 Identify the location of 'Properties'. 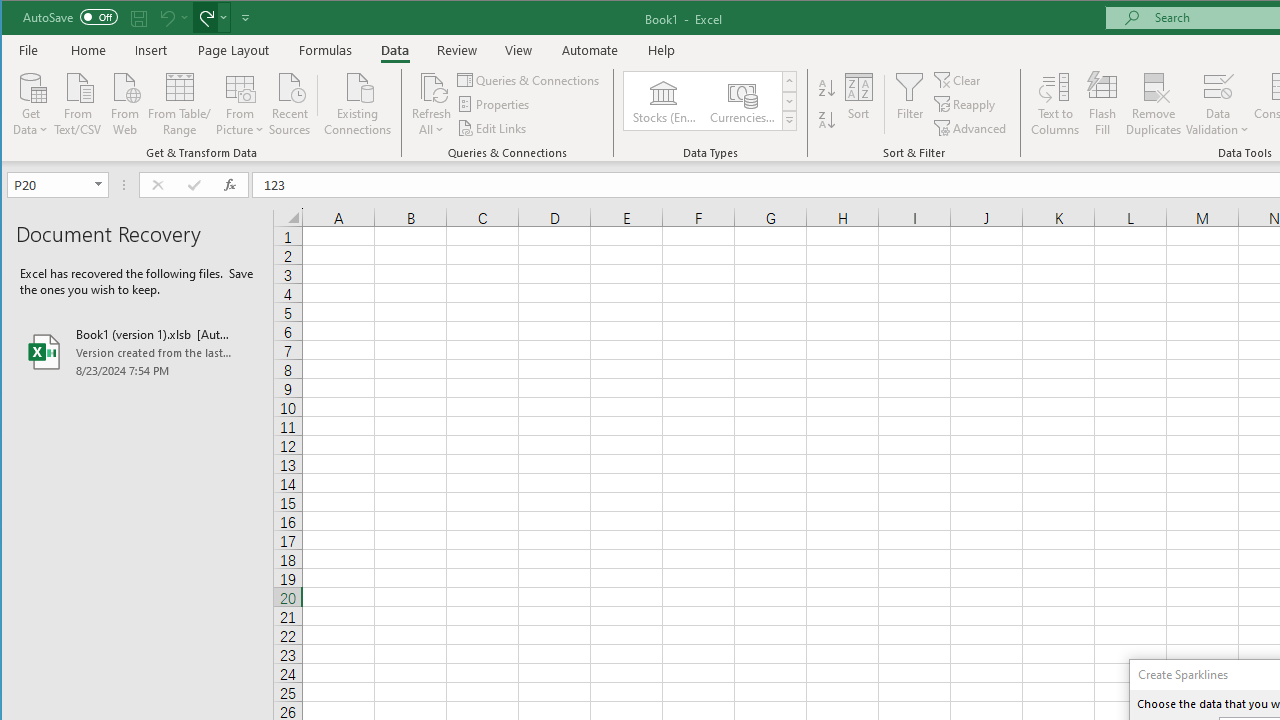
(495, 104).